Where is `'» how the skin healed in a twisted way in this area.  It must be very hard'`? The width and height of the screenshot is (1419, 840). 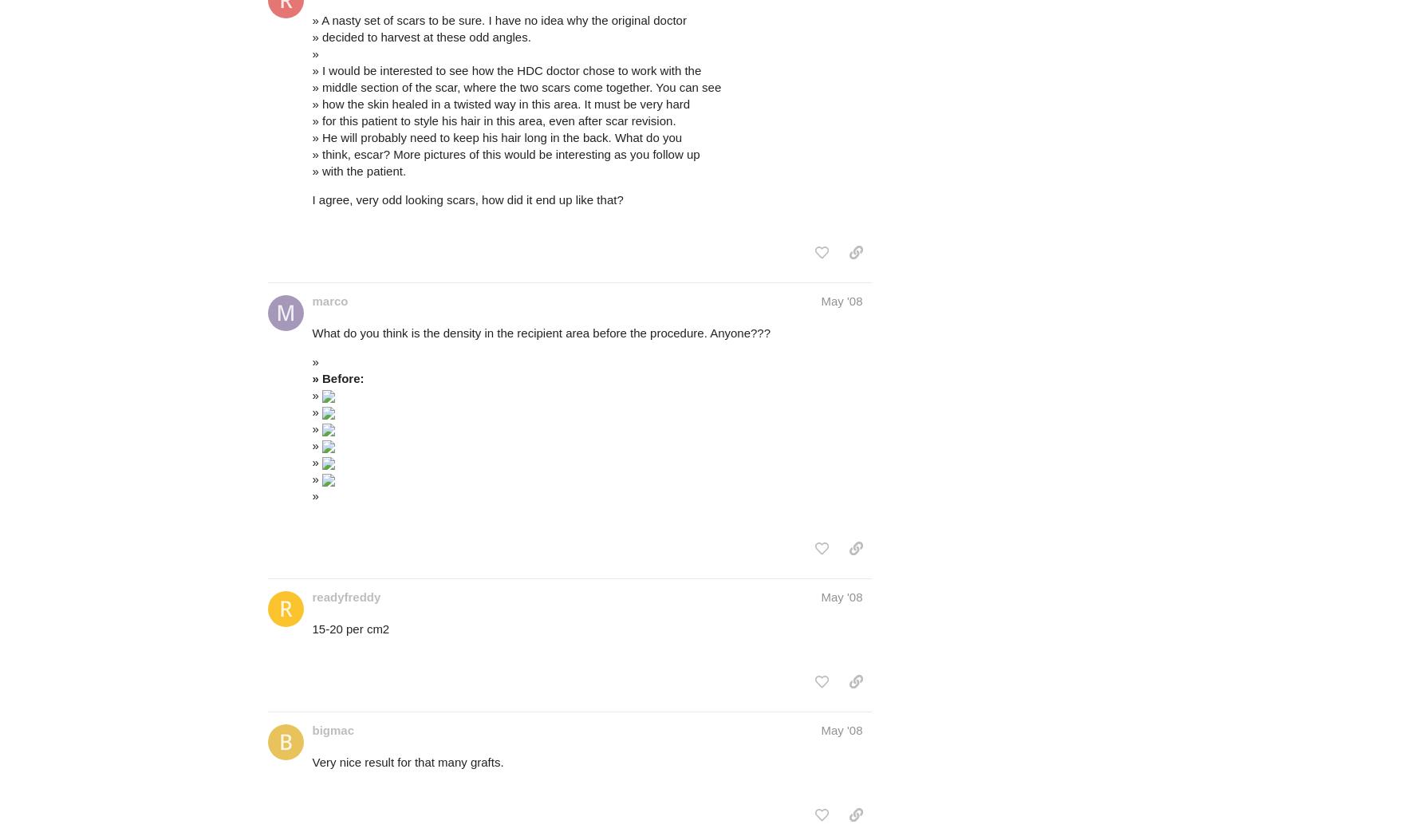
'» how the skin healed in a twisted way in this area.  It must be very hard' is located at coordinates (499, 104).